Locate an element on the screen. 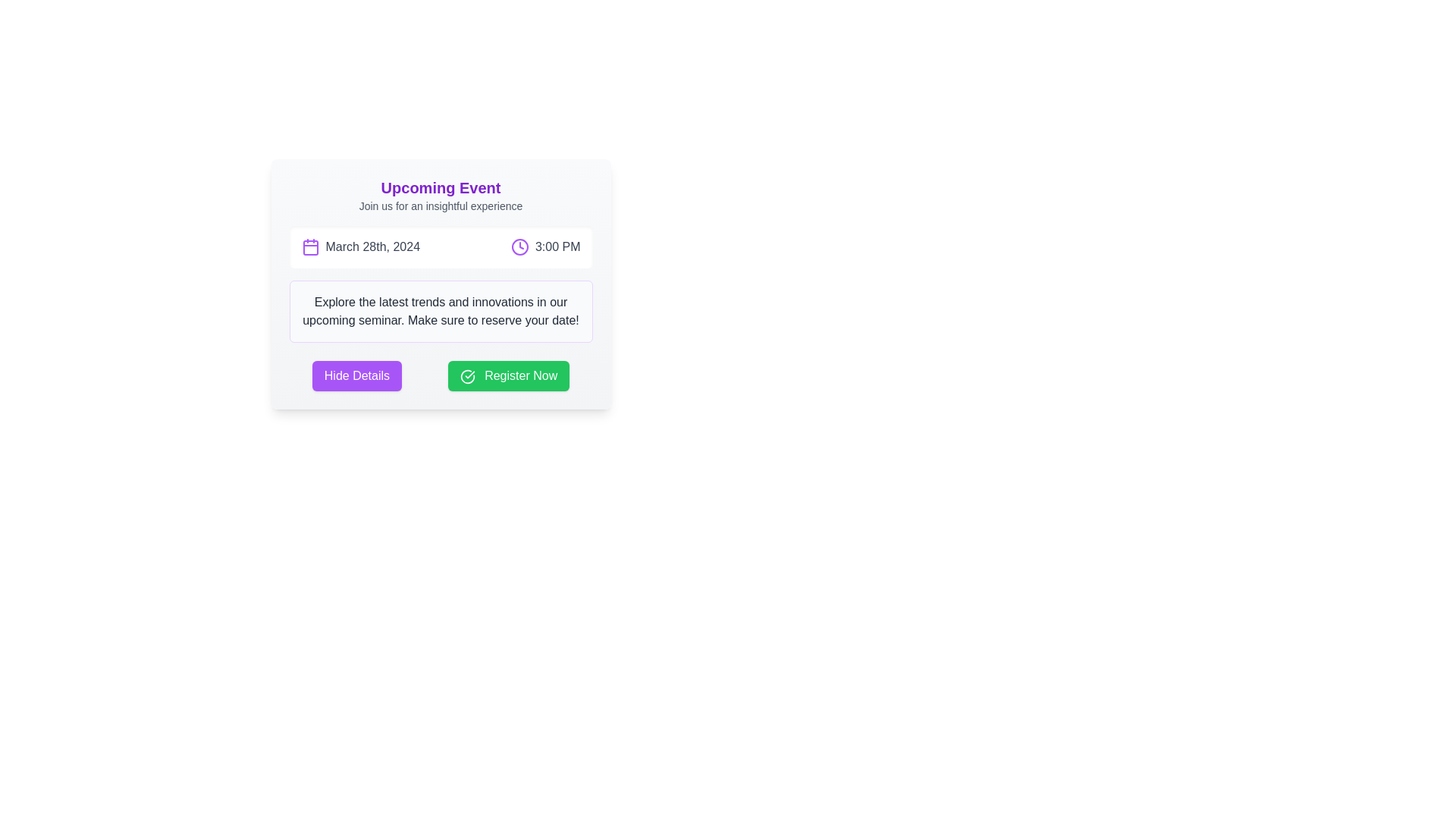  the circular green checkmark icon located beside the 'Register Now' text in the lower right corner of the card is located at coordinates (466, 375).